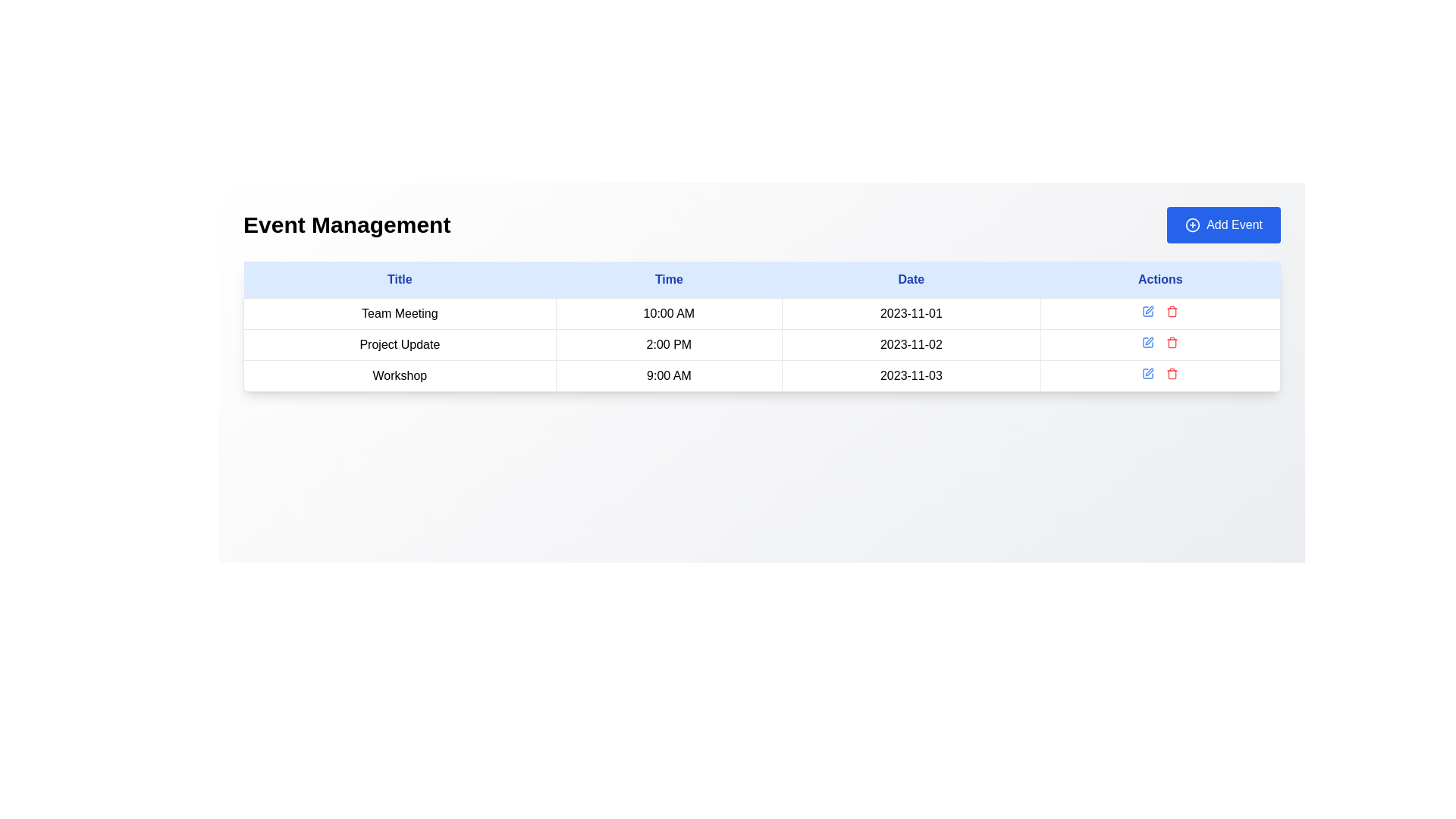 This screenshot has height=819, width=1456. I want to click on properties of the text label displaying 'Time', which is the second header in a row of four within a table structure, so click(668, 280).